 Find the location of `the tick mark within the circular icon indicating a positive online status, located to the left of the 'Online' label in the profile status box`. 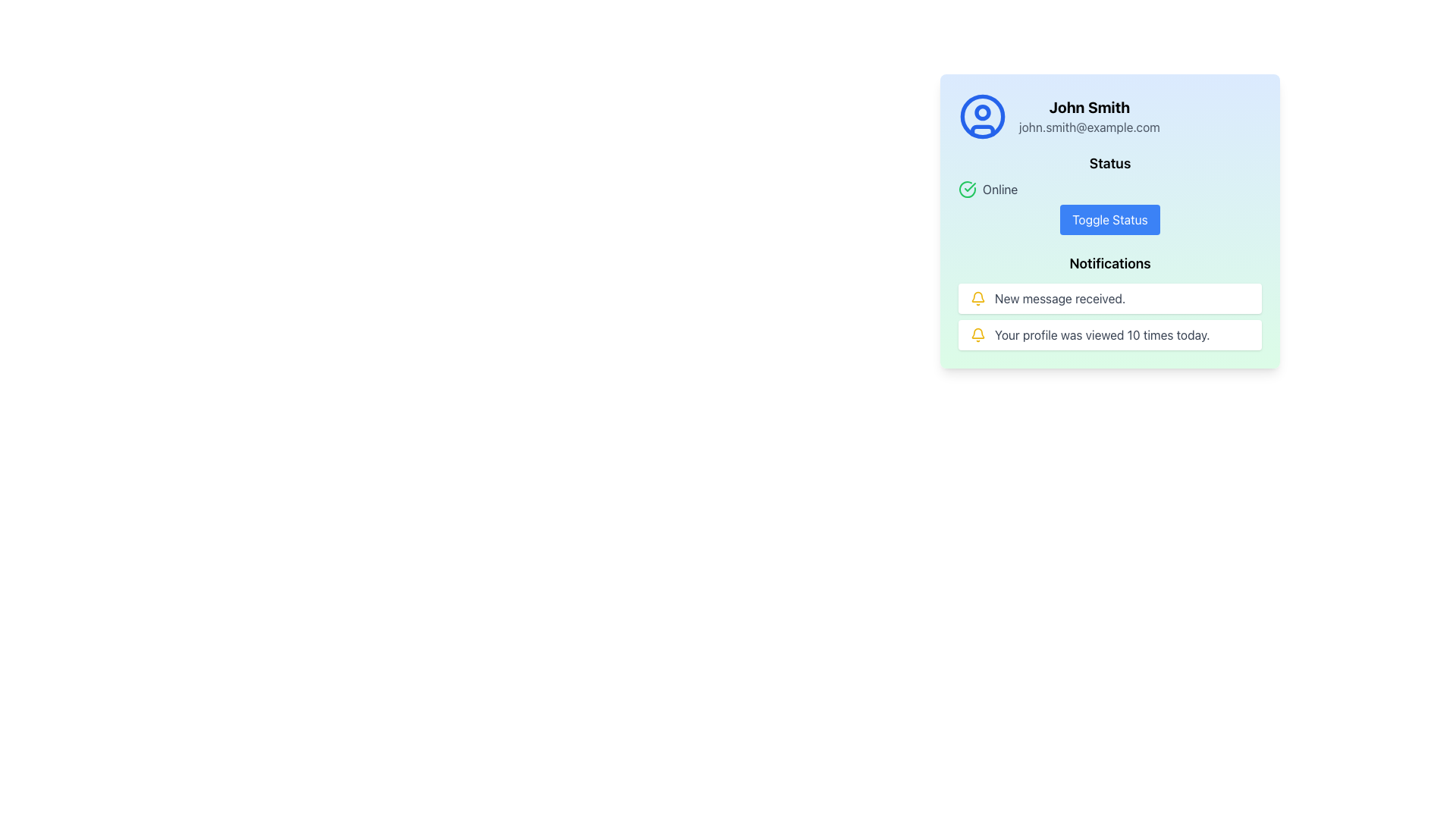

the tick mark within the circular icon indicating a positive online status, located to the left of the 'Online' label in the profile status box is located at coordinates (969, 186).